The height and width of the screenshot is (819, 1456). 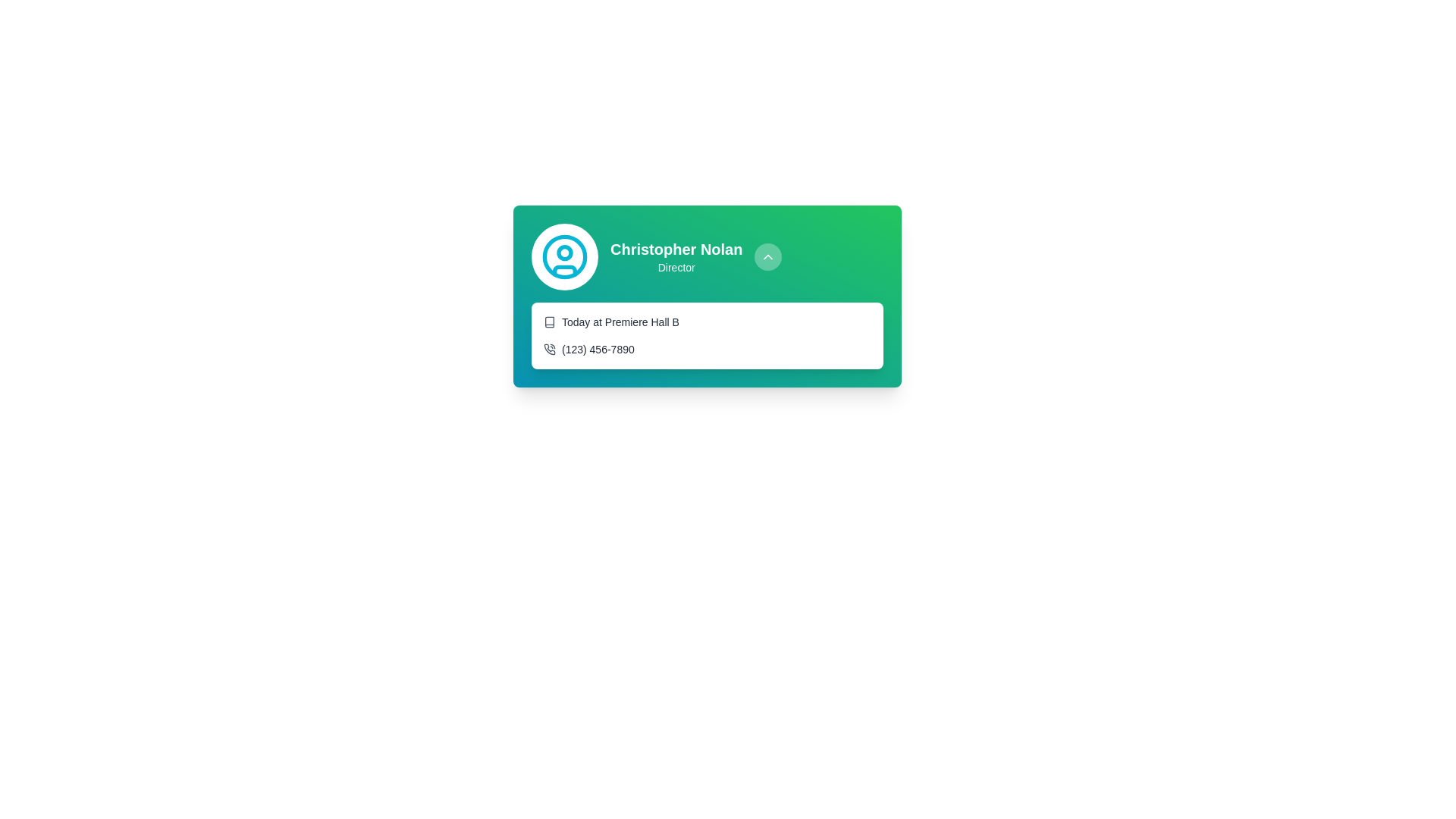 What do you see at coordinates (548, 321) in the screenshot?
I see `the icon located to the far left of the text 'Today at Premiere Hall B'` at bounding box center [548, 321].